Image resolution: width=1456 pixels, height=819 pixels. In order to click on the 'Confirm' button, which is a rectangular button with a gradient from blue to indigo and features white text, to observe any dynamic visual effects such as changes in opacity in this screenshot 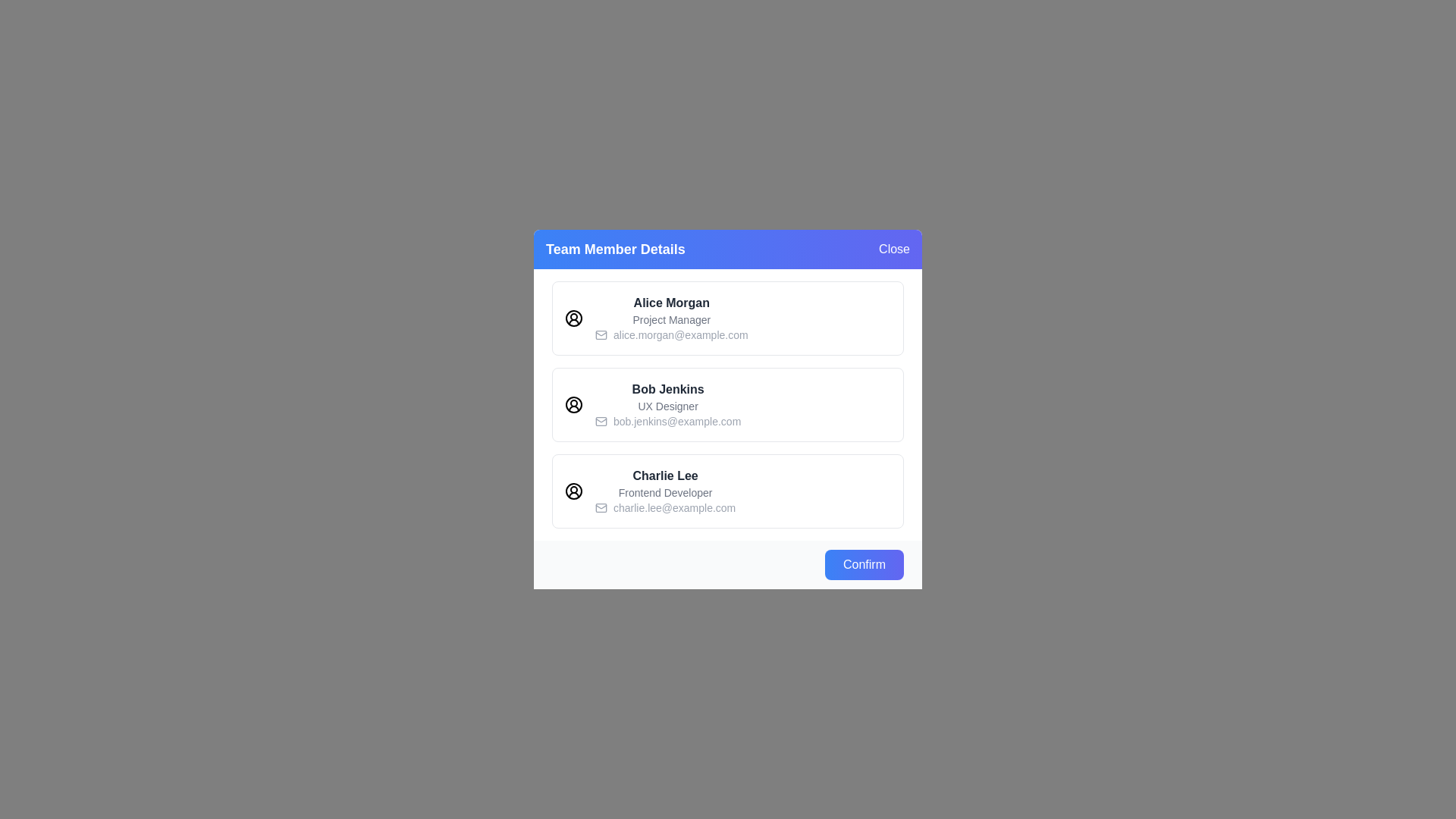, I will do `click(864, 564)`.